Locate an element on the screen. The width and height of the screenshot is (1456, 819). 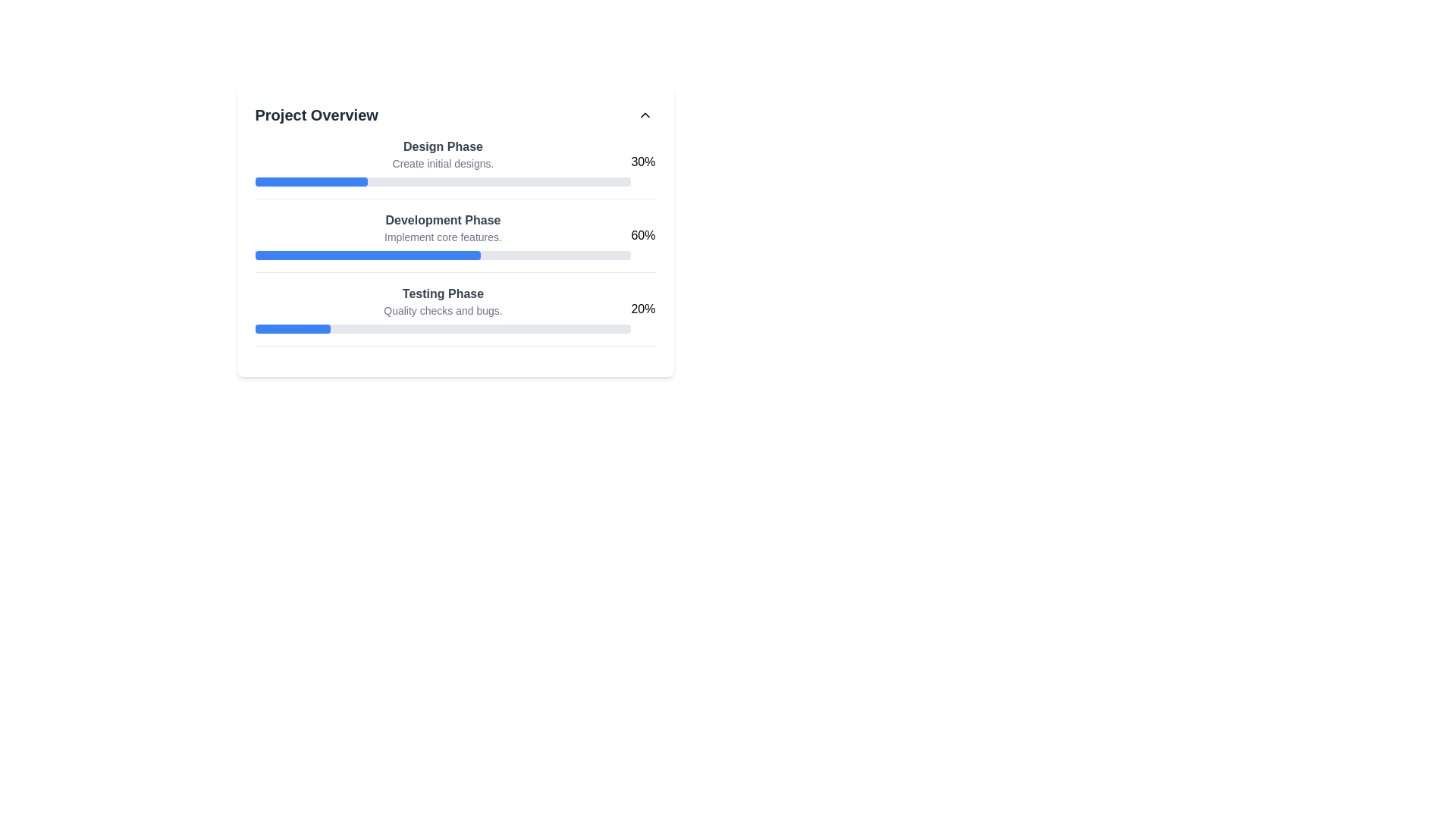
the state of the first segment of the progress bar, which is blue and represents 20% completion within the 'Testing Phase' section is located at coordinates (293, 328).